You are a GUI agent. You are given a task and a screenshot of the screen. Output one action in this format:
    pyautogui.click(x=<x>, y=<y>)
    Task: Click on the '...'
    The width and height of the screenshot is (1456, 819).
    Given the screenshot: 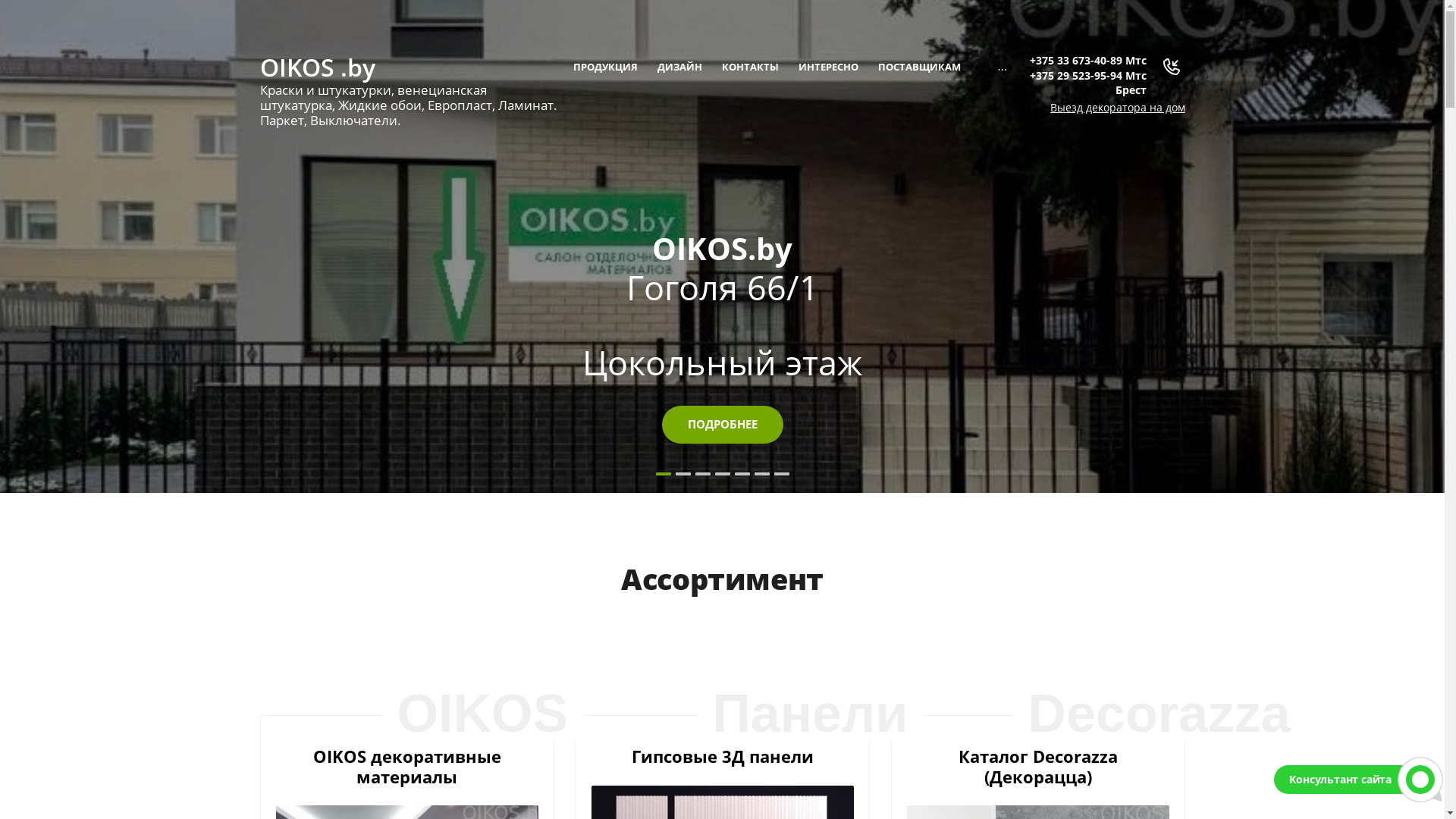 What is the action you would take?
    pyautogui.click(x=990, y=66)
    